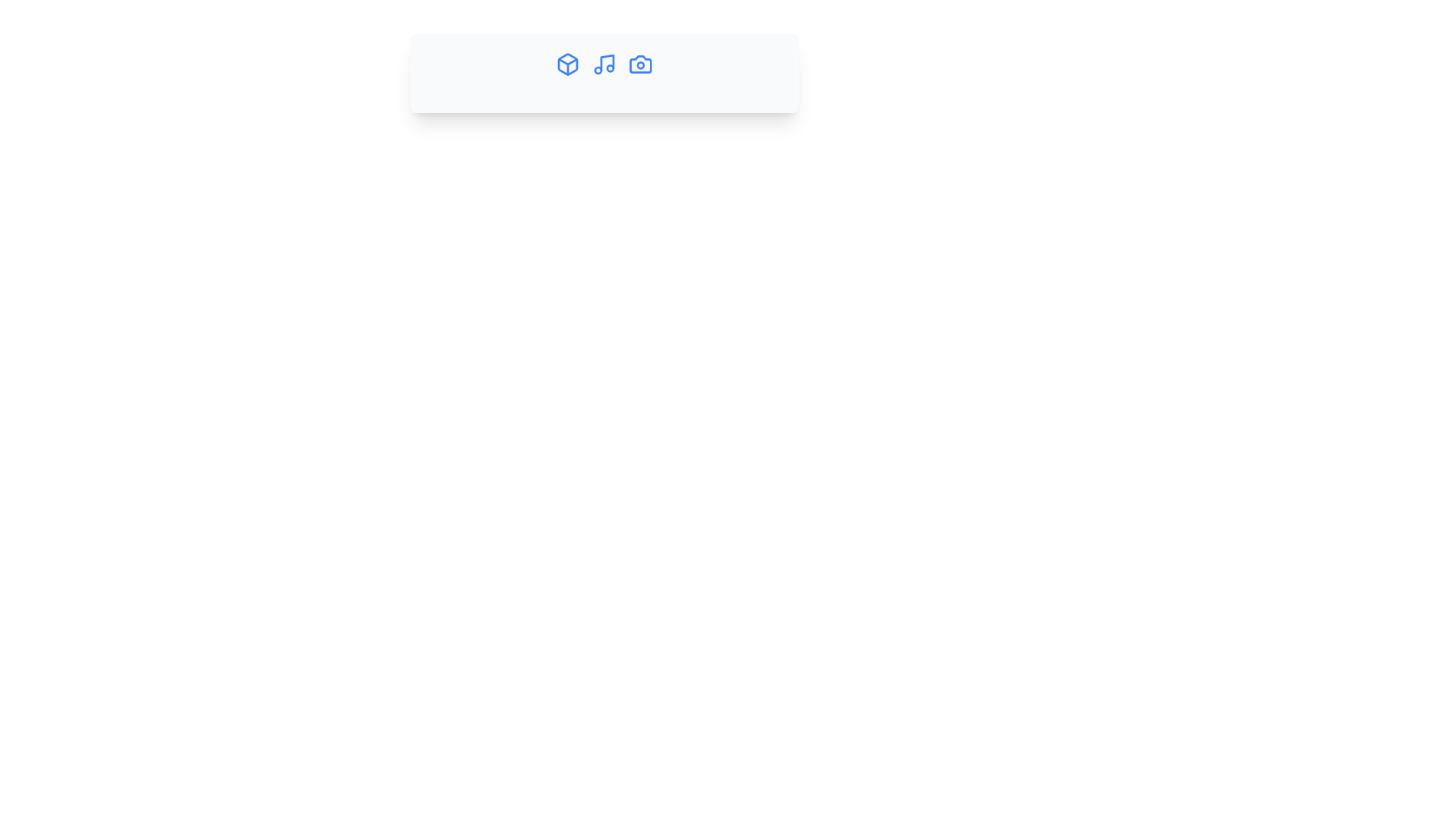 The image size is (1456, 819). What do you see at coordinates (566, 63) in the screenshot?
I see `the blue 3D box icon located at the leftmost part of the row to trigger the scale-up animation` at bounding box center [566, 63].